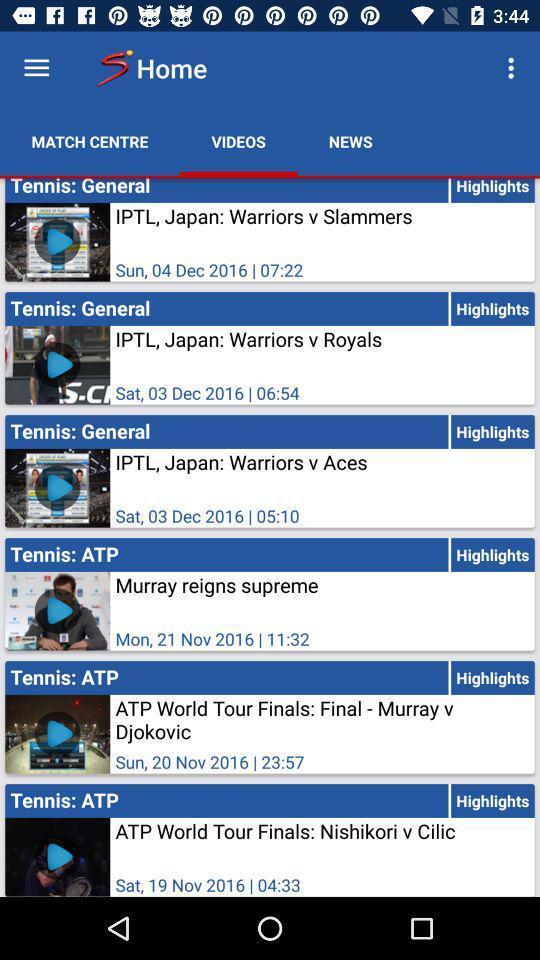 The image size is (540, 960). I want to click on the icon above the highlights icon, so click(513, 68).